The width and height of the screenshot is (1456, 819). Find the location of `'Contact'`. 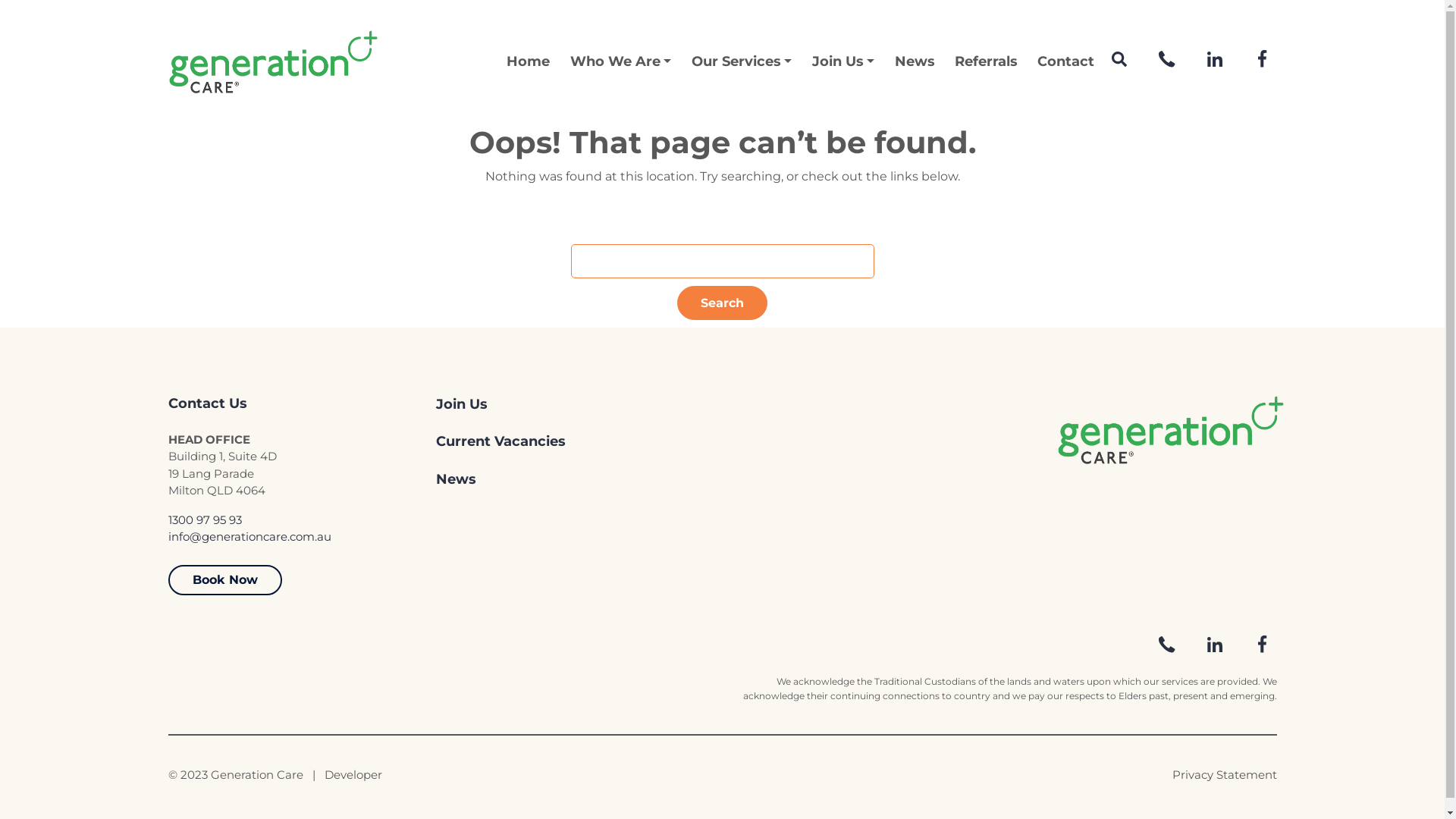

'Contact' is located at coordinates (1065, 61).